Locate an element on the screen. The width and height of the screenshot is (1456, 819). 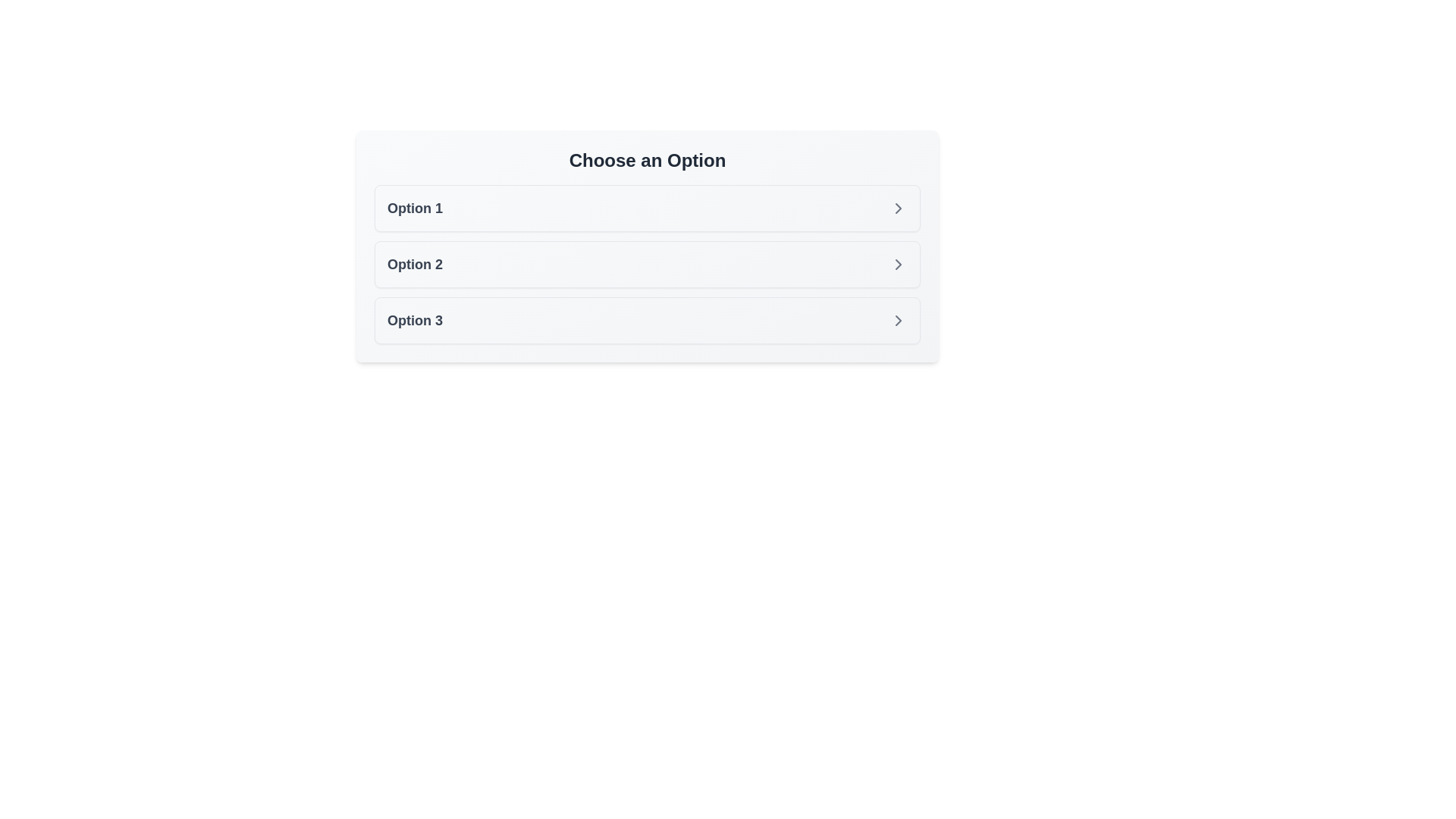
the Chevron Icon located at the far right of the 'Option 1' item is located at coordinates (899, 208).